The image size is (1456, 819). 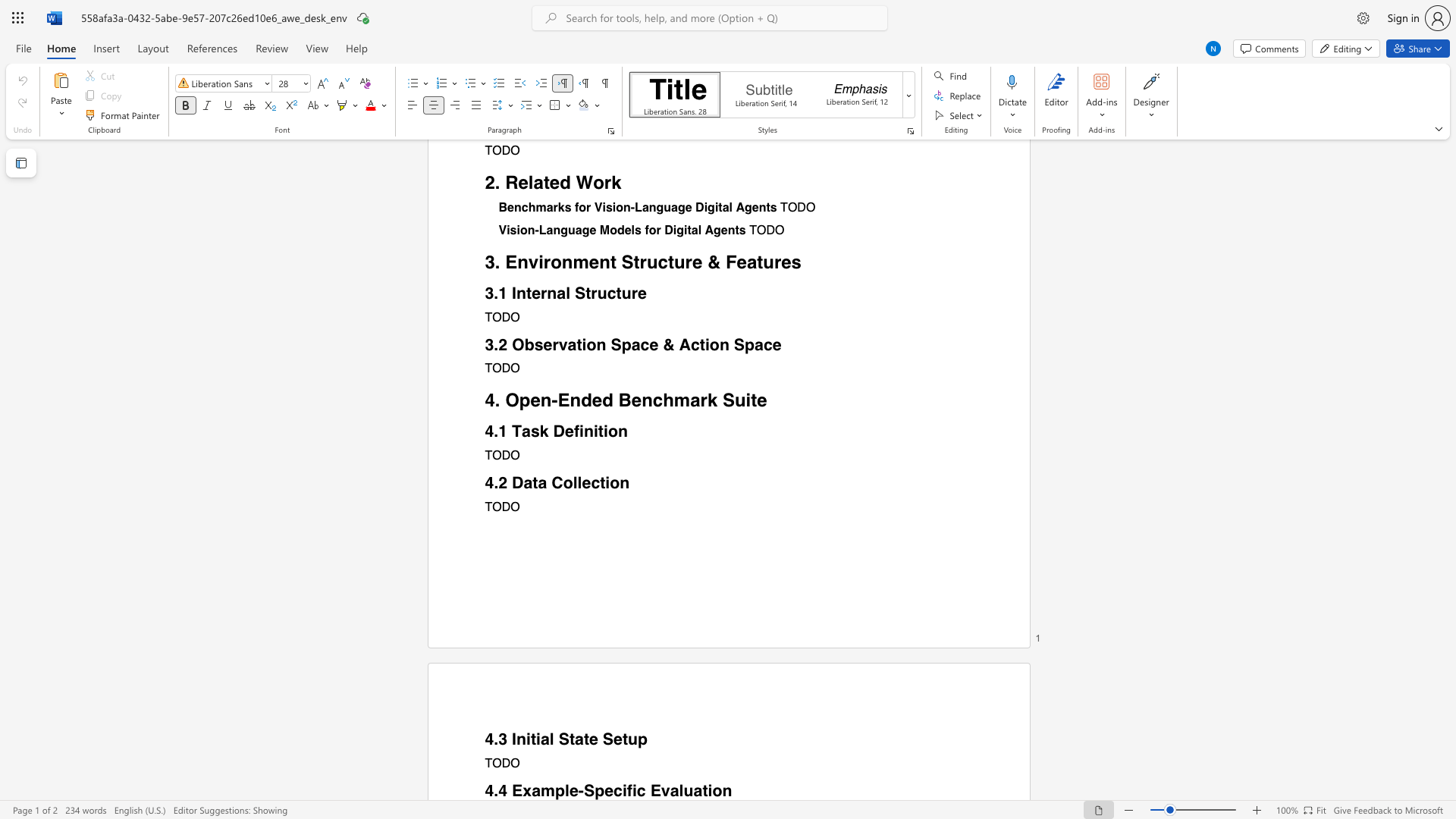 I want to click on the subset text "ample-Specific Eva" within the text "4.4 Example-Specific Evaluation", so click(x=532, y=790).